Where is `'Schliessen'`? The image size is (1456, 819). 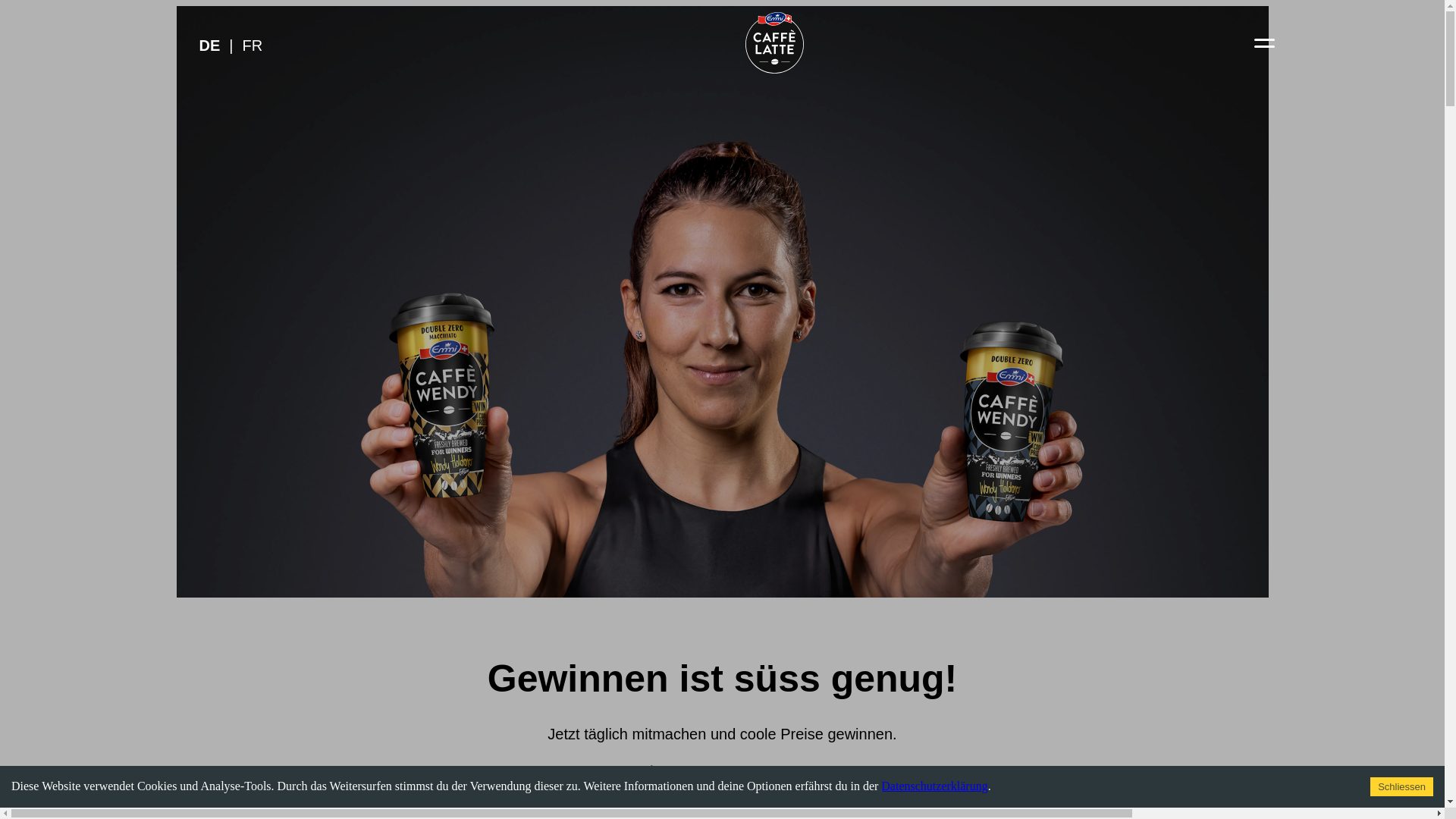 'Schliessen' is located at coordinates (1370, 786).